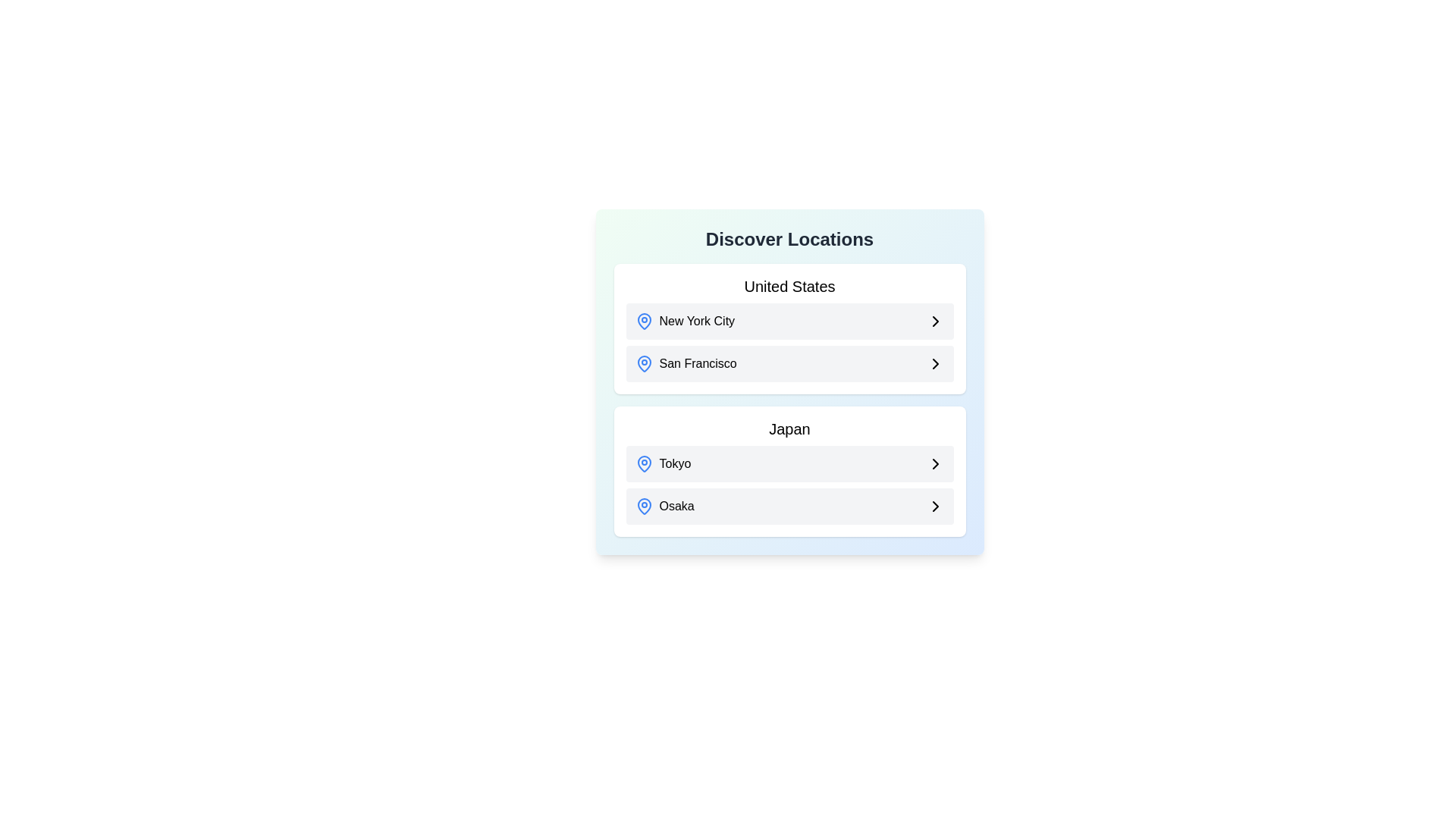  Describe the element at coordinates (934, 463) in the screenshot. I see `the rightmost icon in the 'Tokyo' row within the 'Japan' section` at that location.